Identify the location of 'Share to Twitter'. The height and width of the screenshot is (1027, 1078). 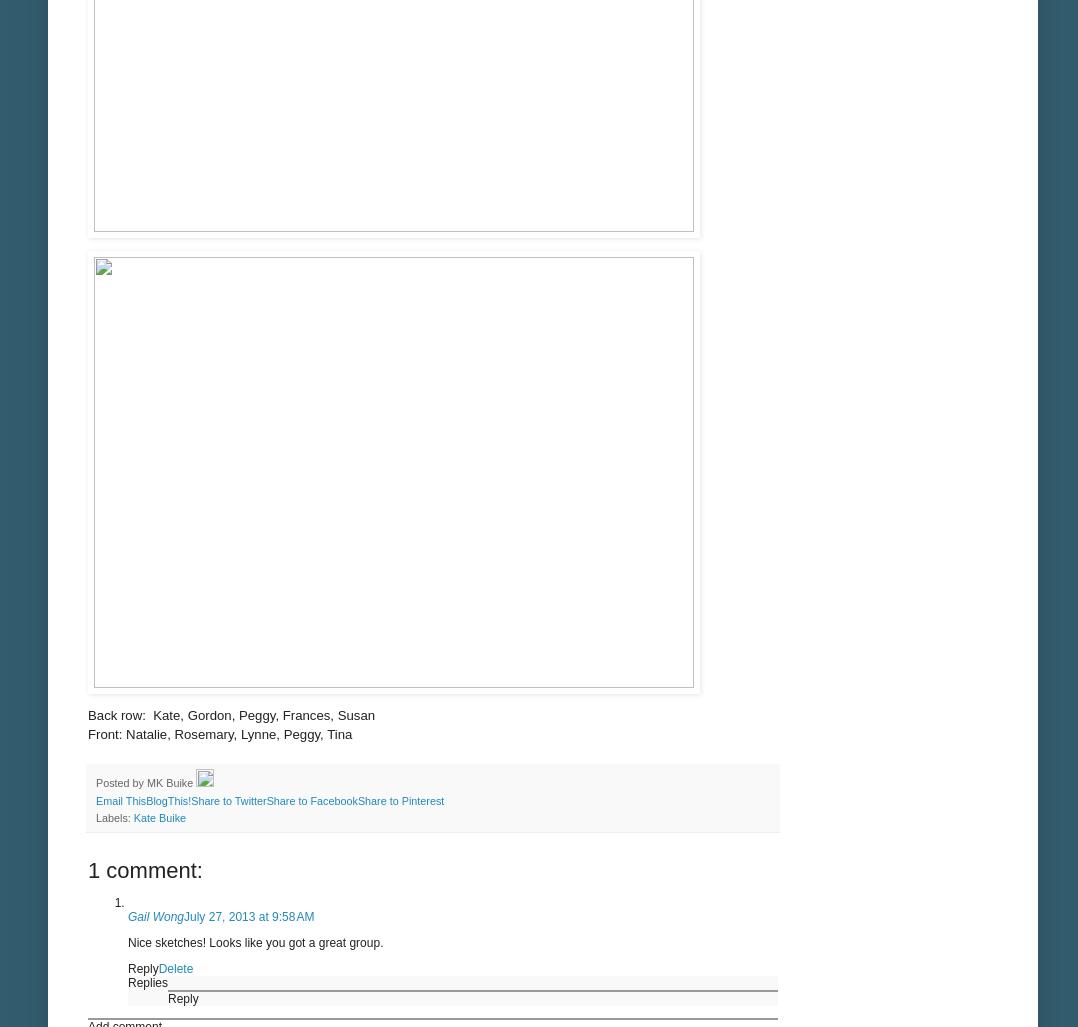
(190, 800).